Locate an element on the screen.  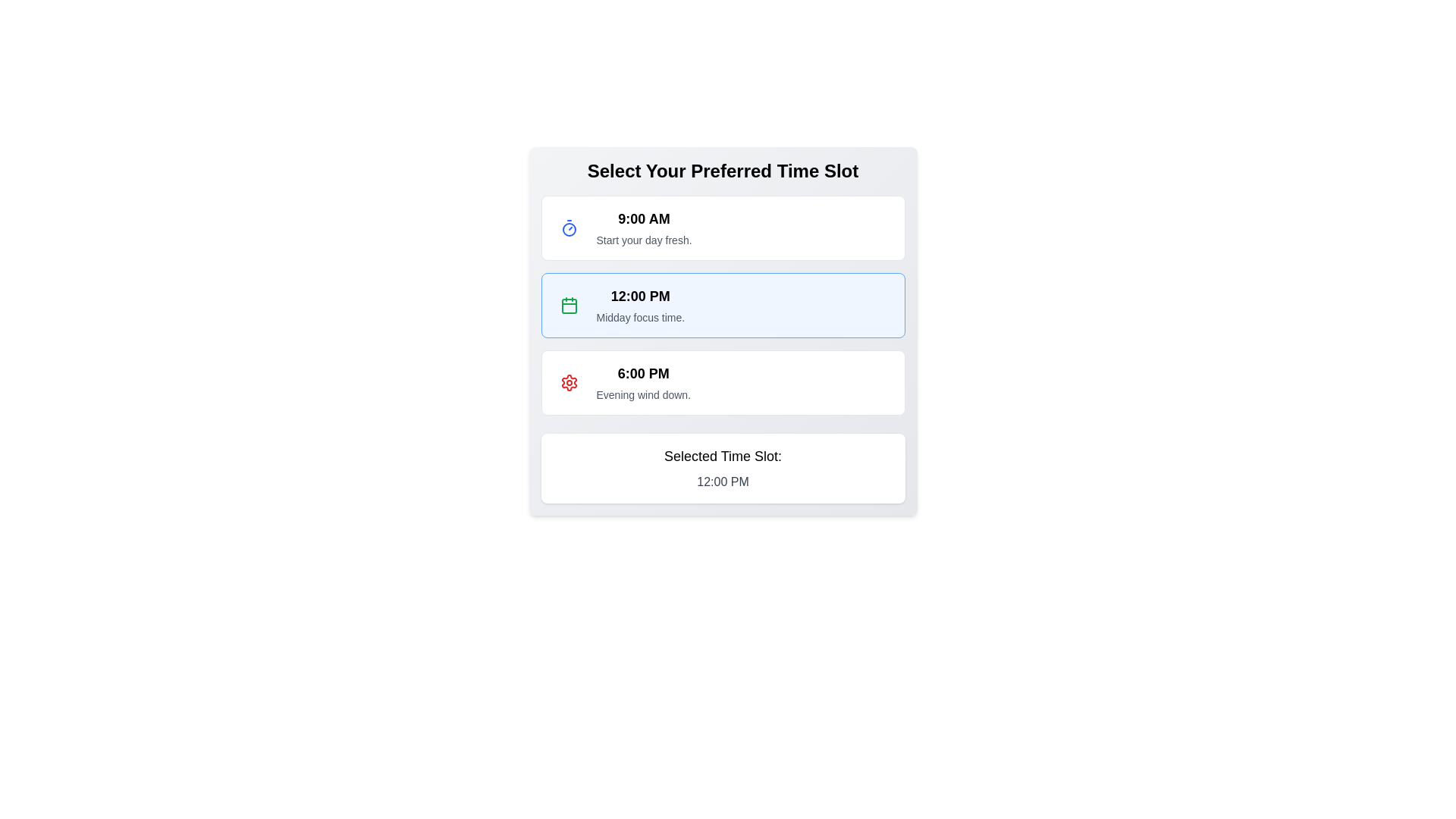
the calendar icon located to the left of the '12:00 PM' label under the 'Select Your Preferred Time Slot' heading for informational purposes is located at coordinates (568, 305).